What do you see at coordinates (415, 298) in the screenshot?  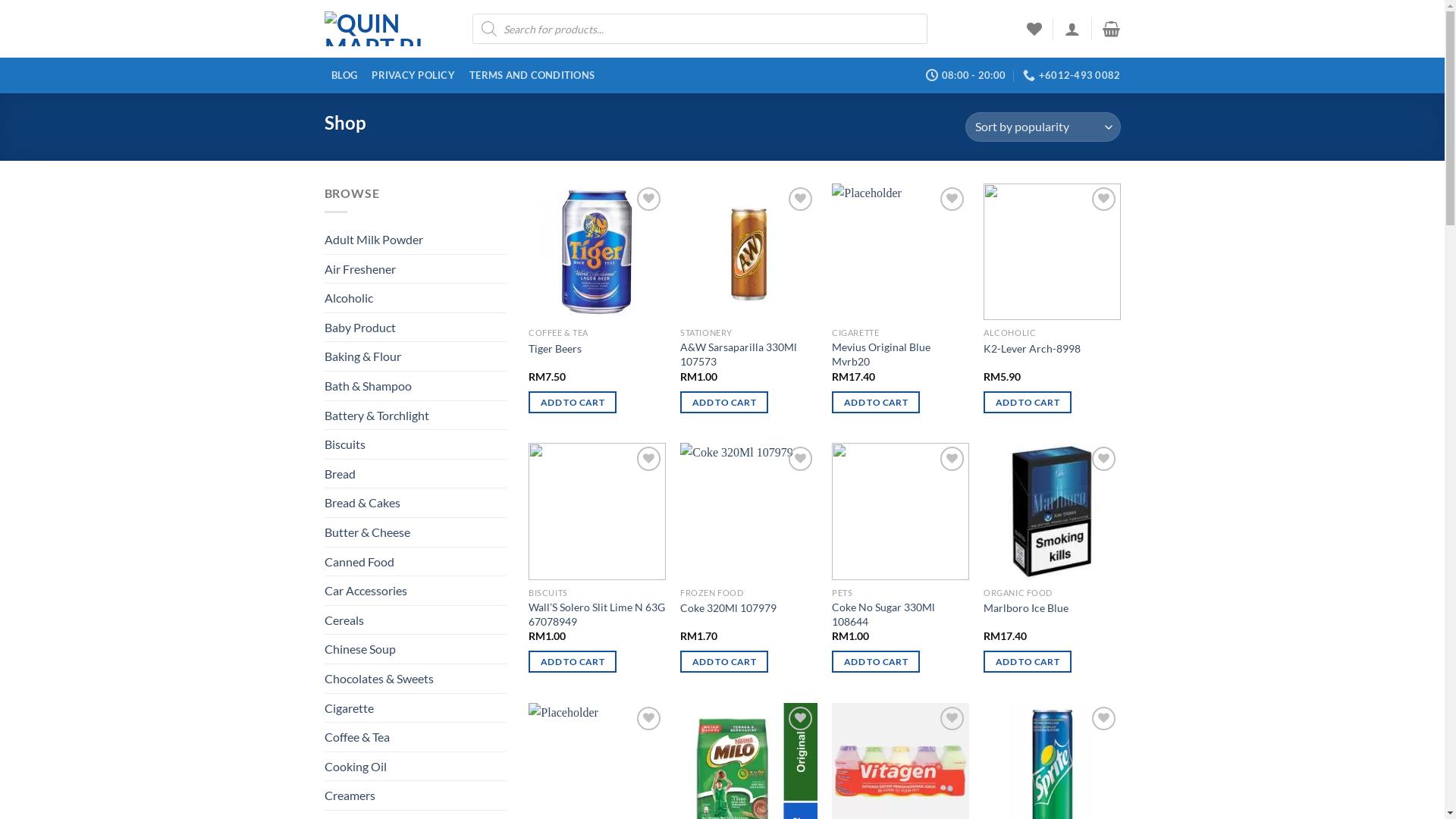 I see `'Alcoholic'` at bounding box center [415, 298].